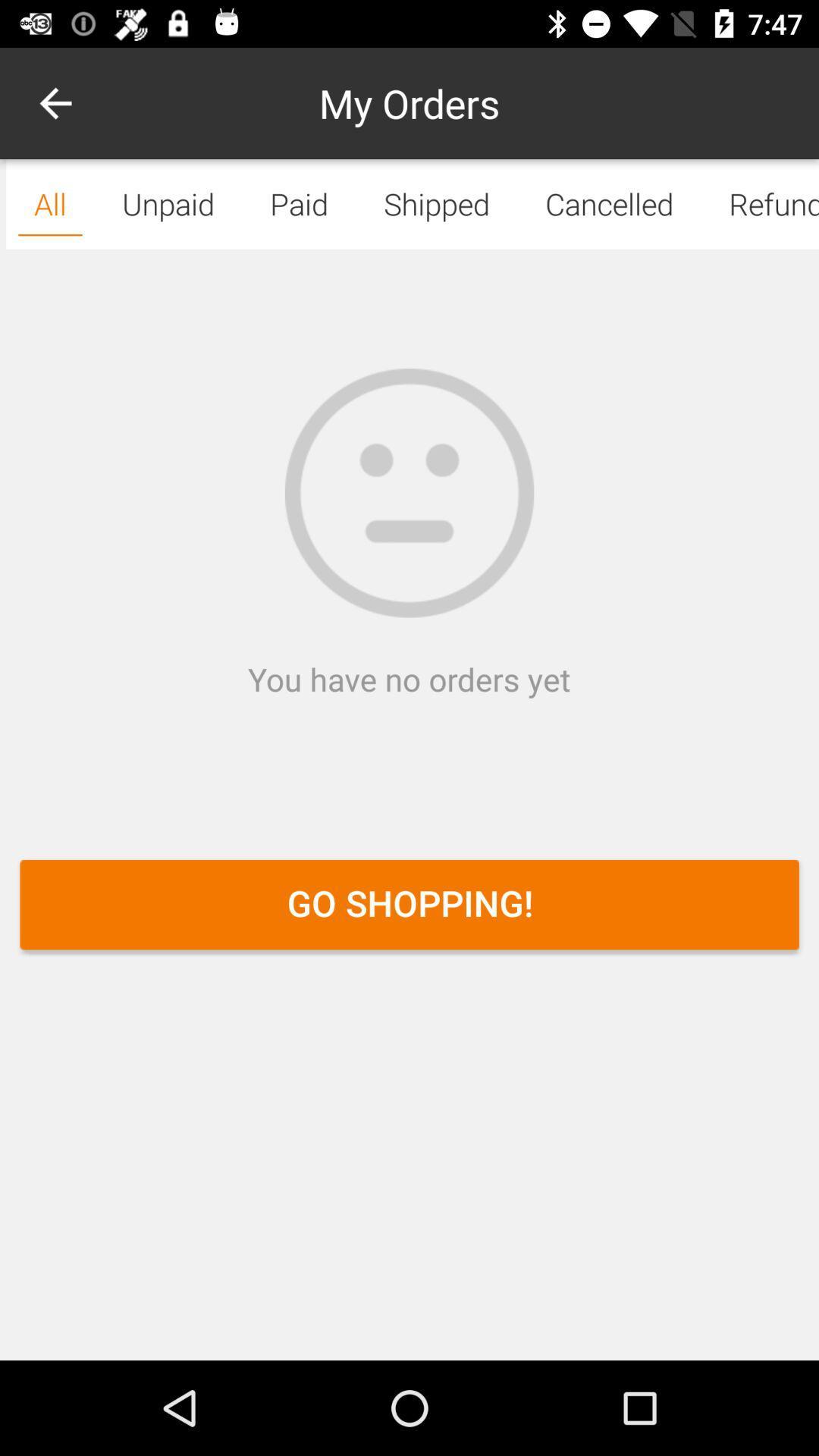 The image size is (819, 1456). What do you see at coordinates (168, 203) in the screenshot?
I see `option right all option` at bounding box center [168, 203].